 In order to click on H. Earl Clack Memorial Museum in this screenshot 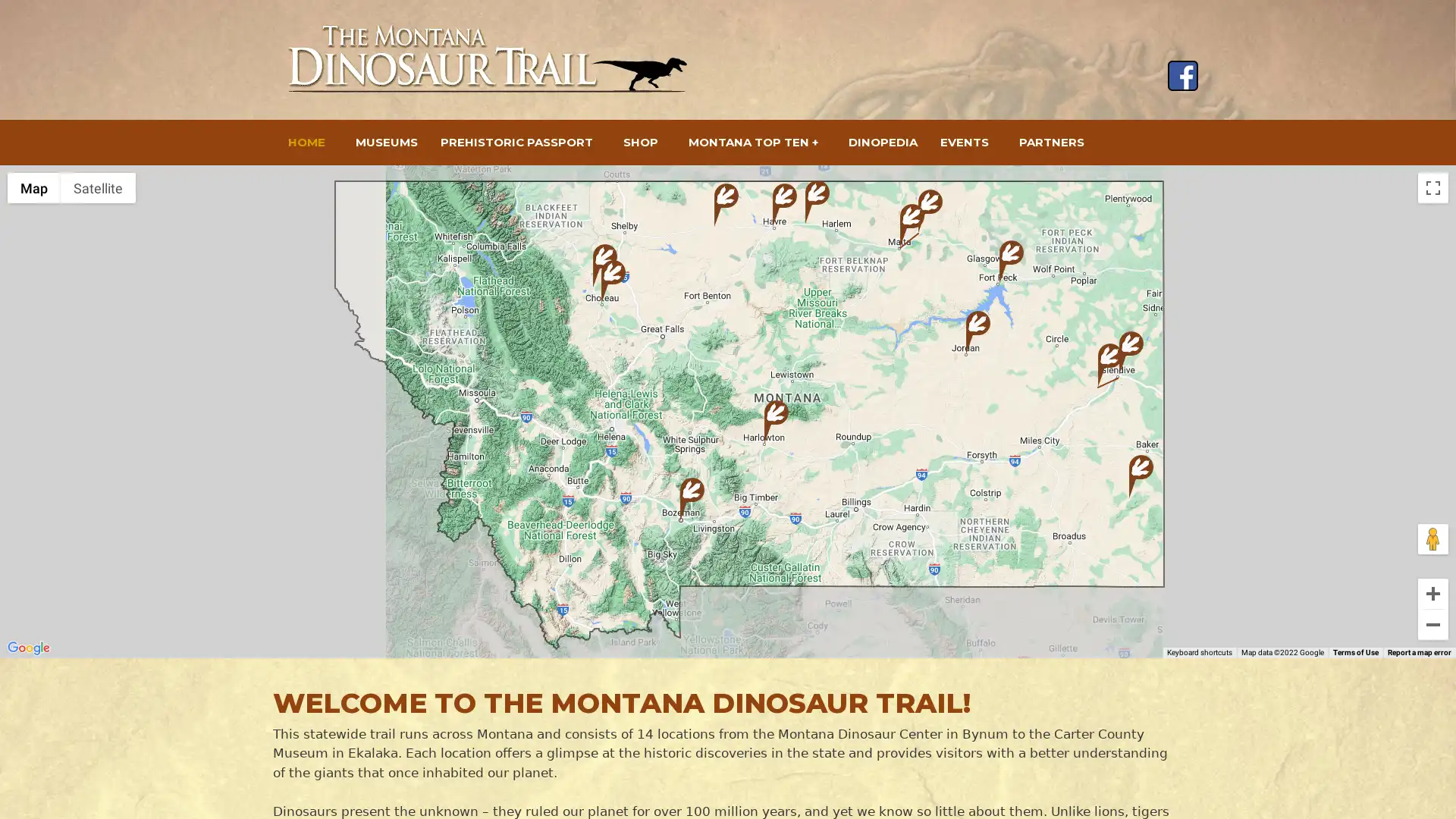, I will do `click(785, 205)`.